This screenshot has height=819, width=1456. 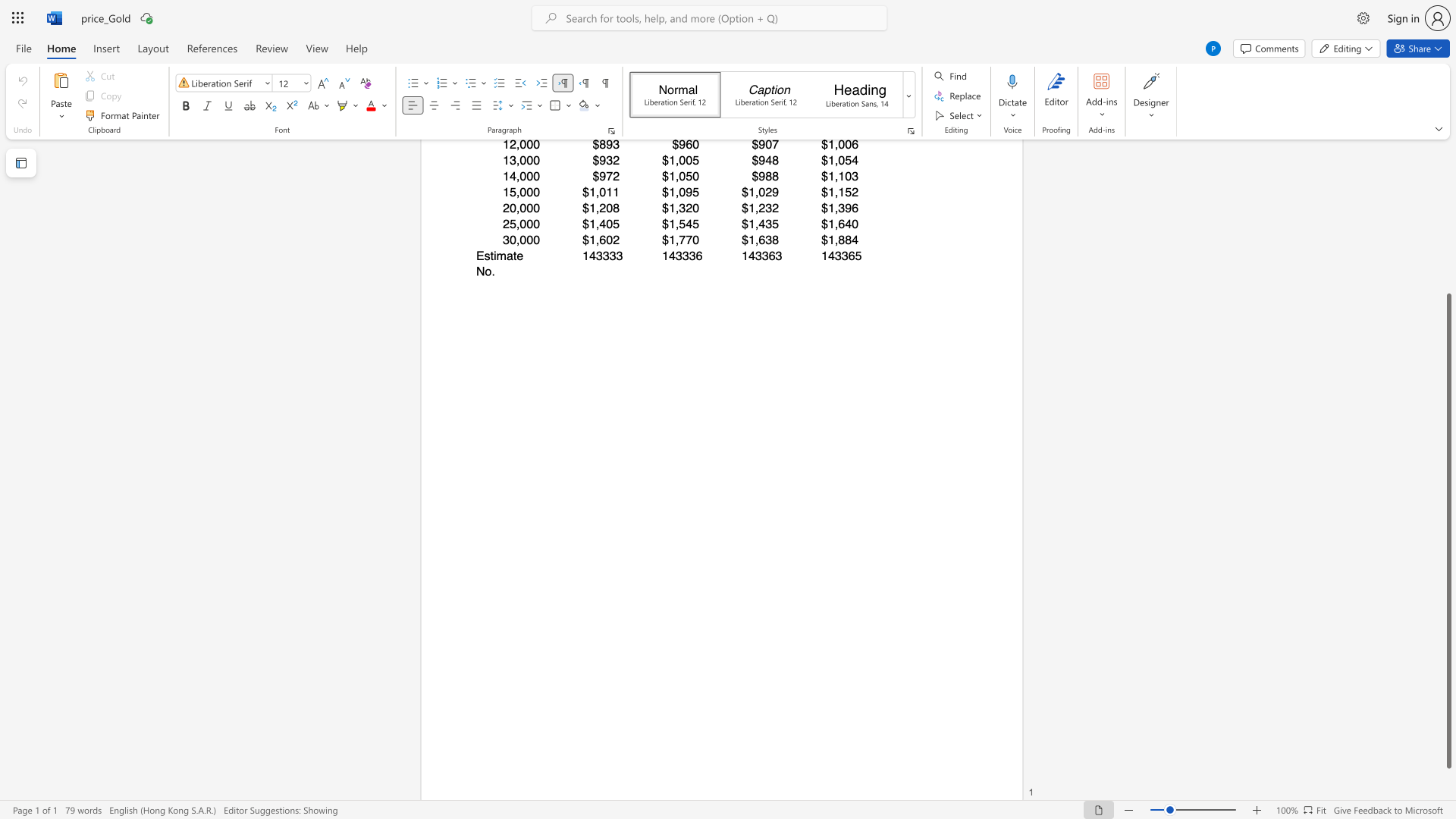 What do you see at coordinates (1448, 530) in the screenshot?
I see `the scrollbar and move down 10 pixels` at bounding box center [1448, 530].